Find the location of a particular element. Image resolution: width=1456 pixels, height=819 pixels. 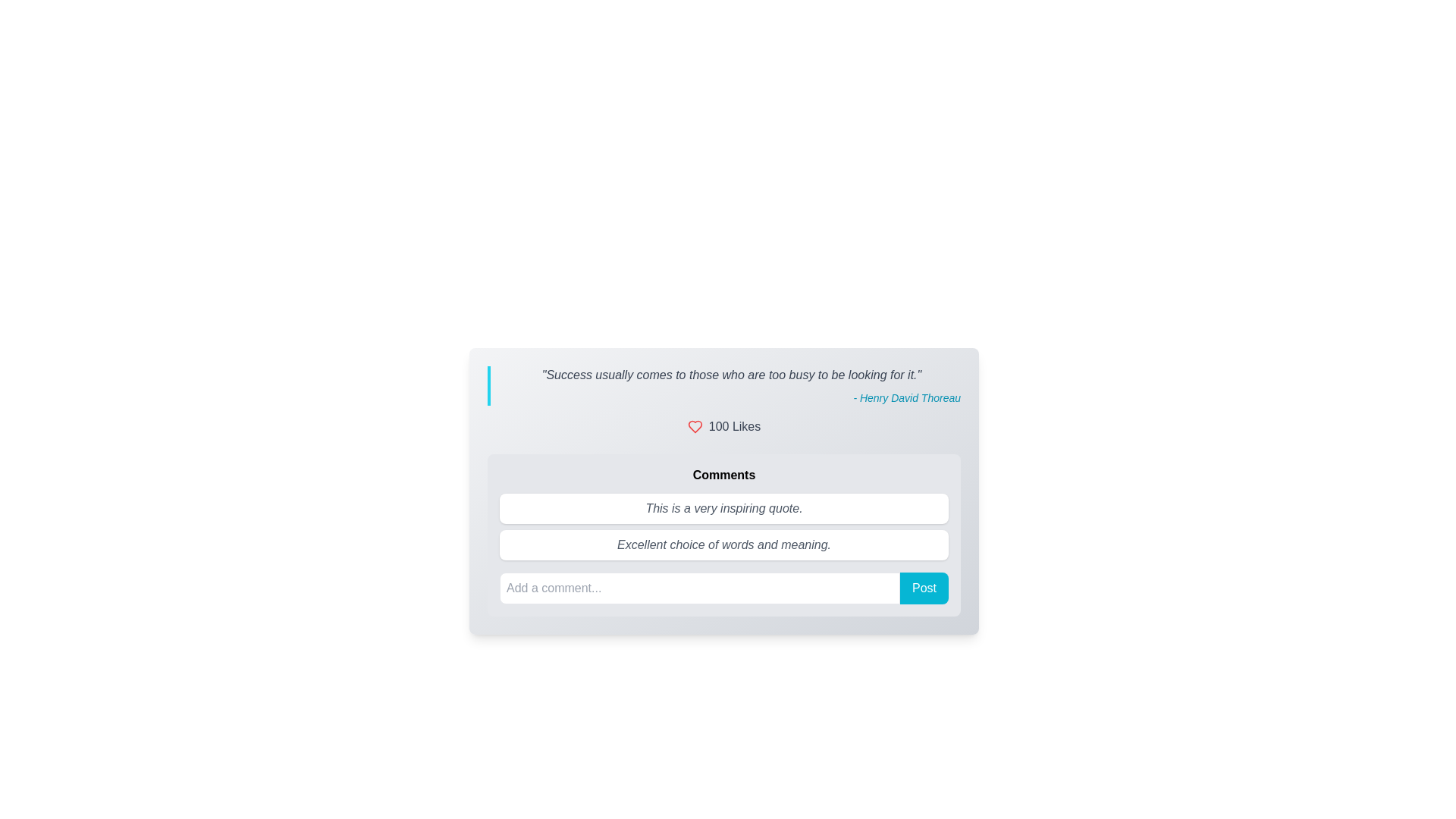

the text component displaying 'This is a very inspiring quote.' in the comments section, which has a white background and is styled with an italicized serif font is located at coordinates (723, 509).